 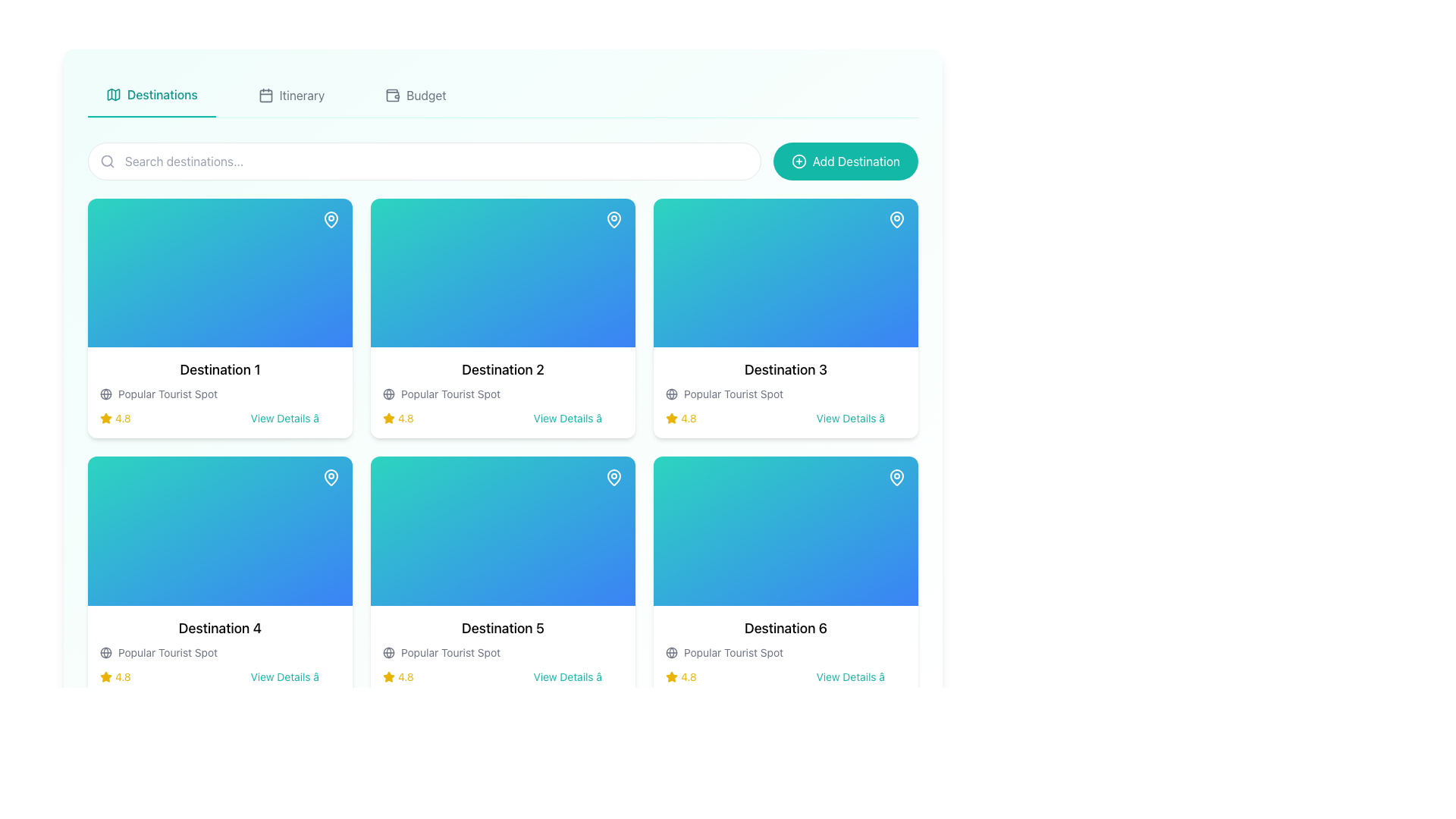 I want to click on the map pin icon with rounded edges and white strokes located in the top-right corner of the blue card labeled 'Destination 2' in the grid layout, so click(x=614, y=219).